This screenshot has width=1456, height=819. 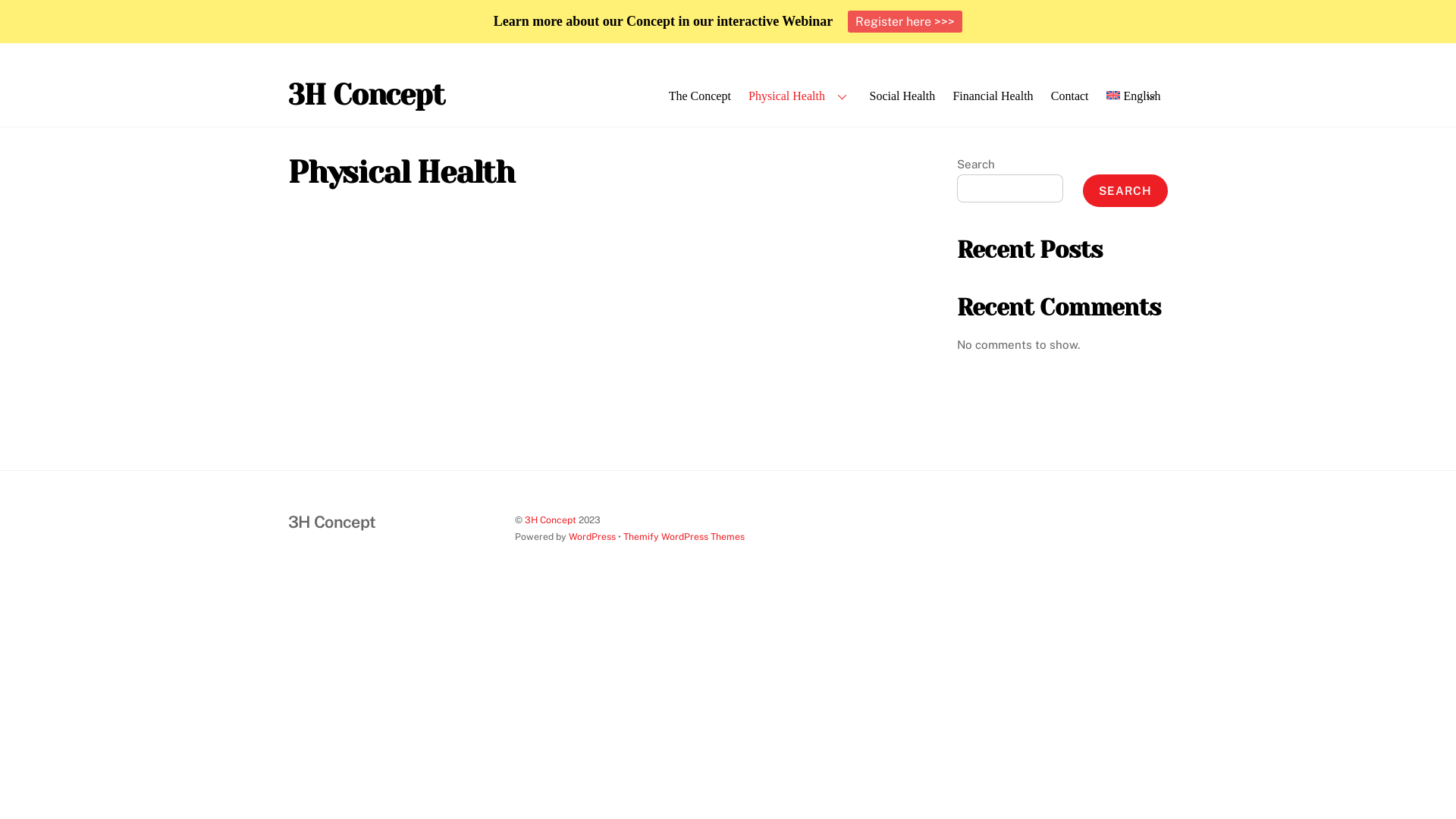 I want to click on '3H Concept', so click(x=287, y=94).